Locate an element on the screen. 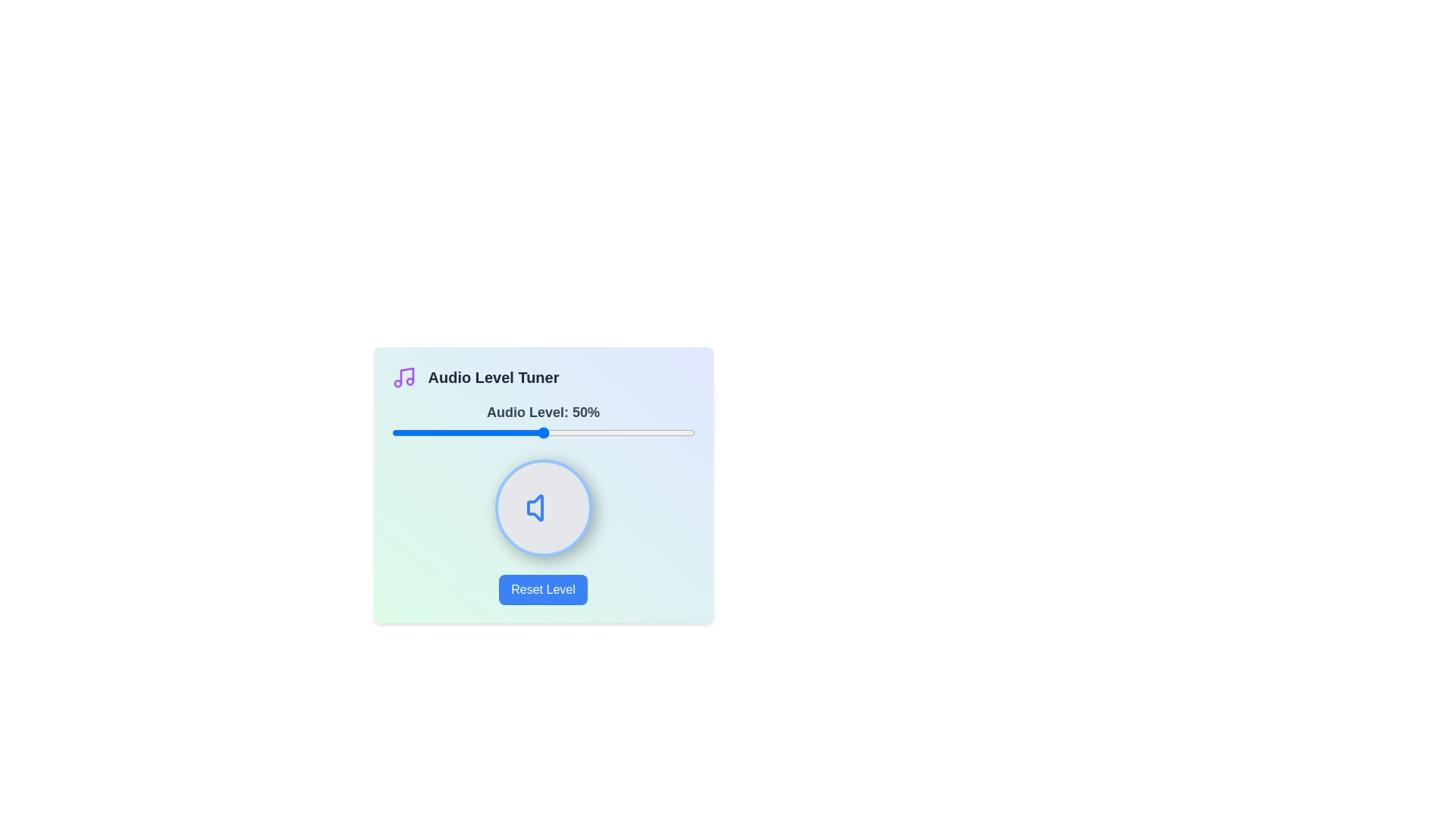 The height and width of the screenshot is (819, 1456). the audio level to 41% by dragging the slider is located at coordinates (516, 432).